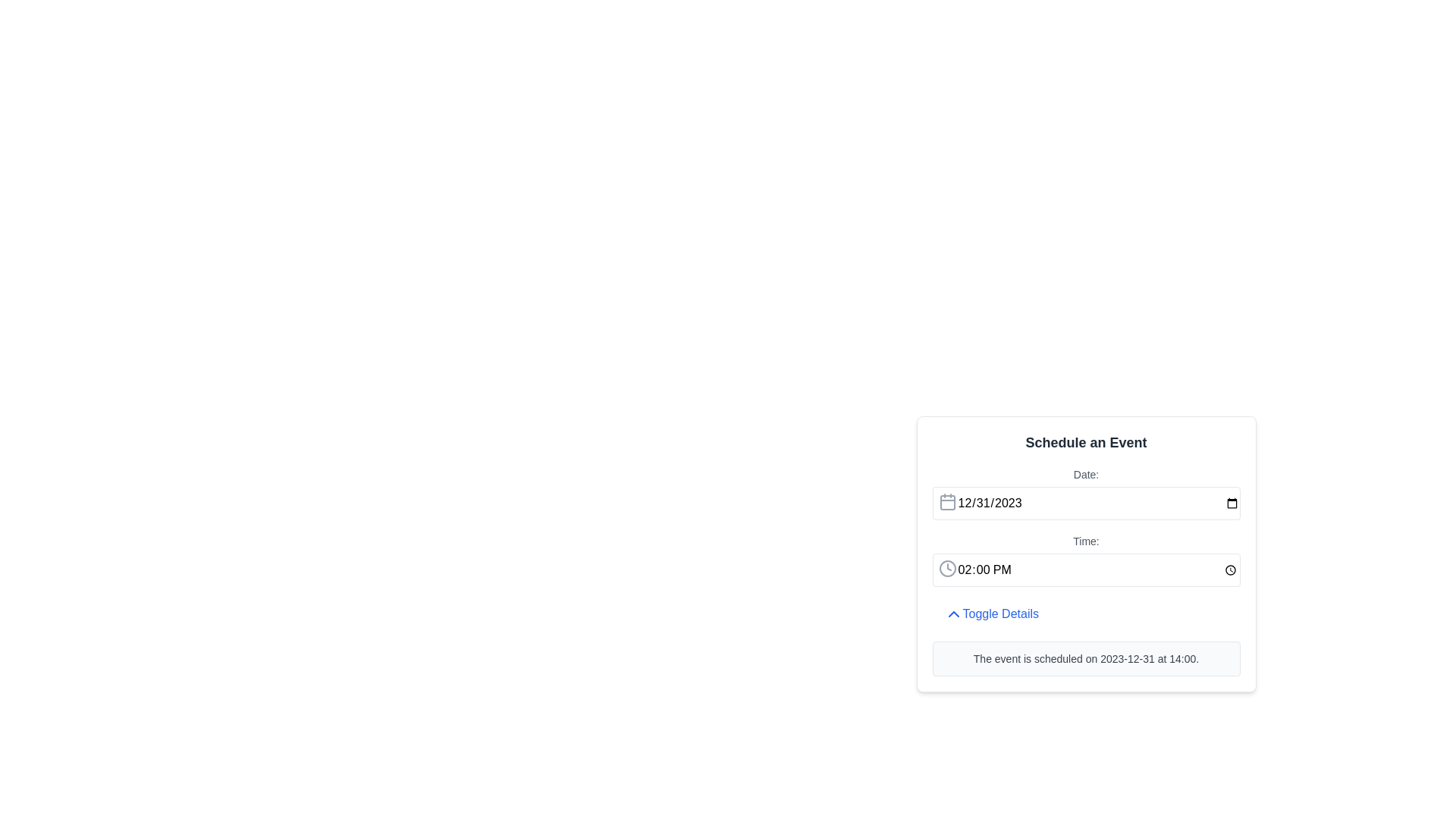  I want to click on the button that toggles the visibility of additional details about the event, located in the 'Schedule an Event' card, below the 'Time:' field, so click(991, 614).